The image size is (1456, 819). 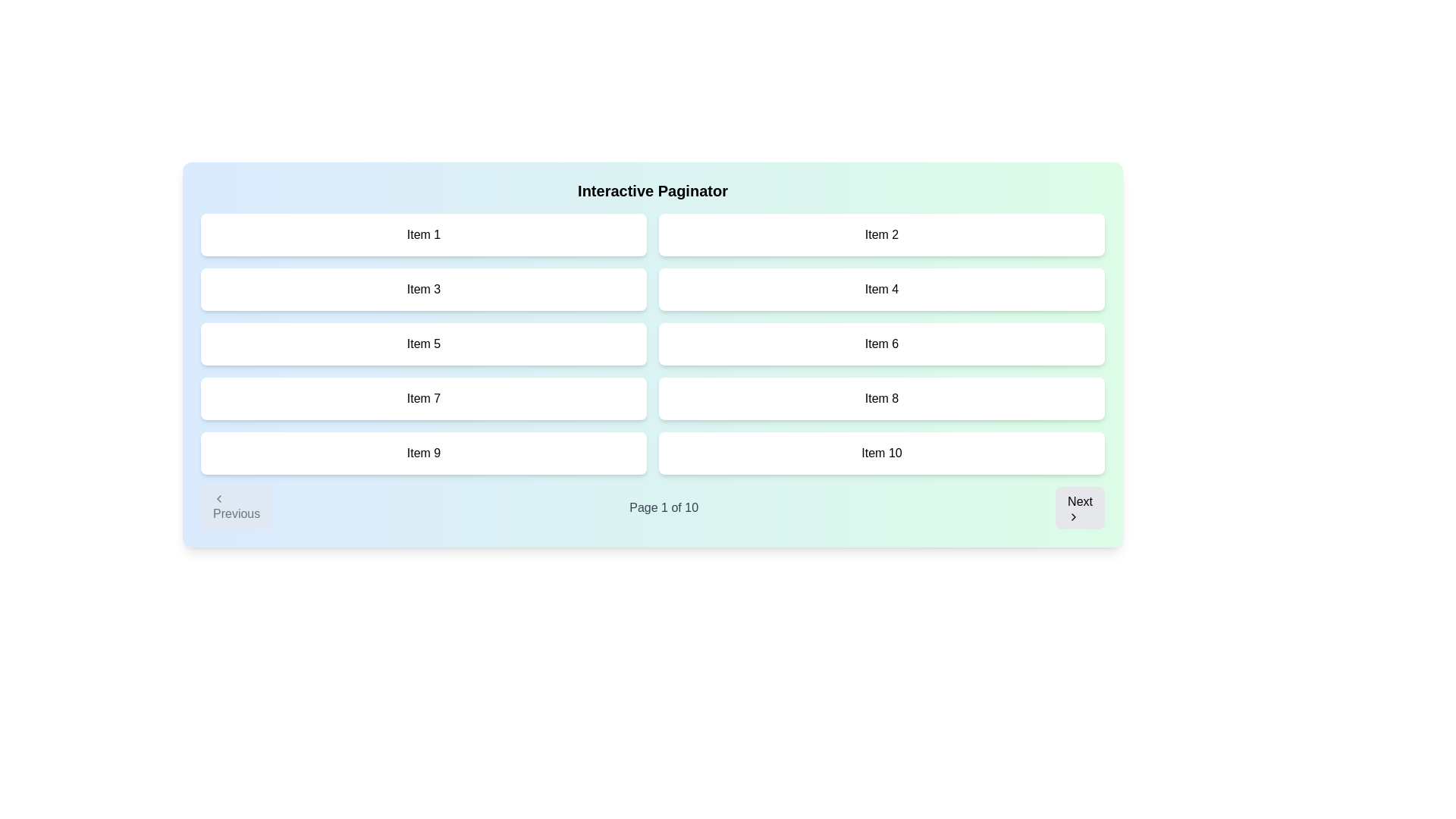 I want to click on the Display box containing the text 'Item 8', which is a rectangular box with rounded corners located in the fourth row and second column of the grid layout, so click(x=881, y=397).